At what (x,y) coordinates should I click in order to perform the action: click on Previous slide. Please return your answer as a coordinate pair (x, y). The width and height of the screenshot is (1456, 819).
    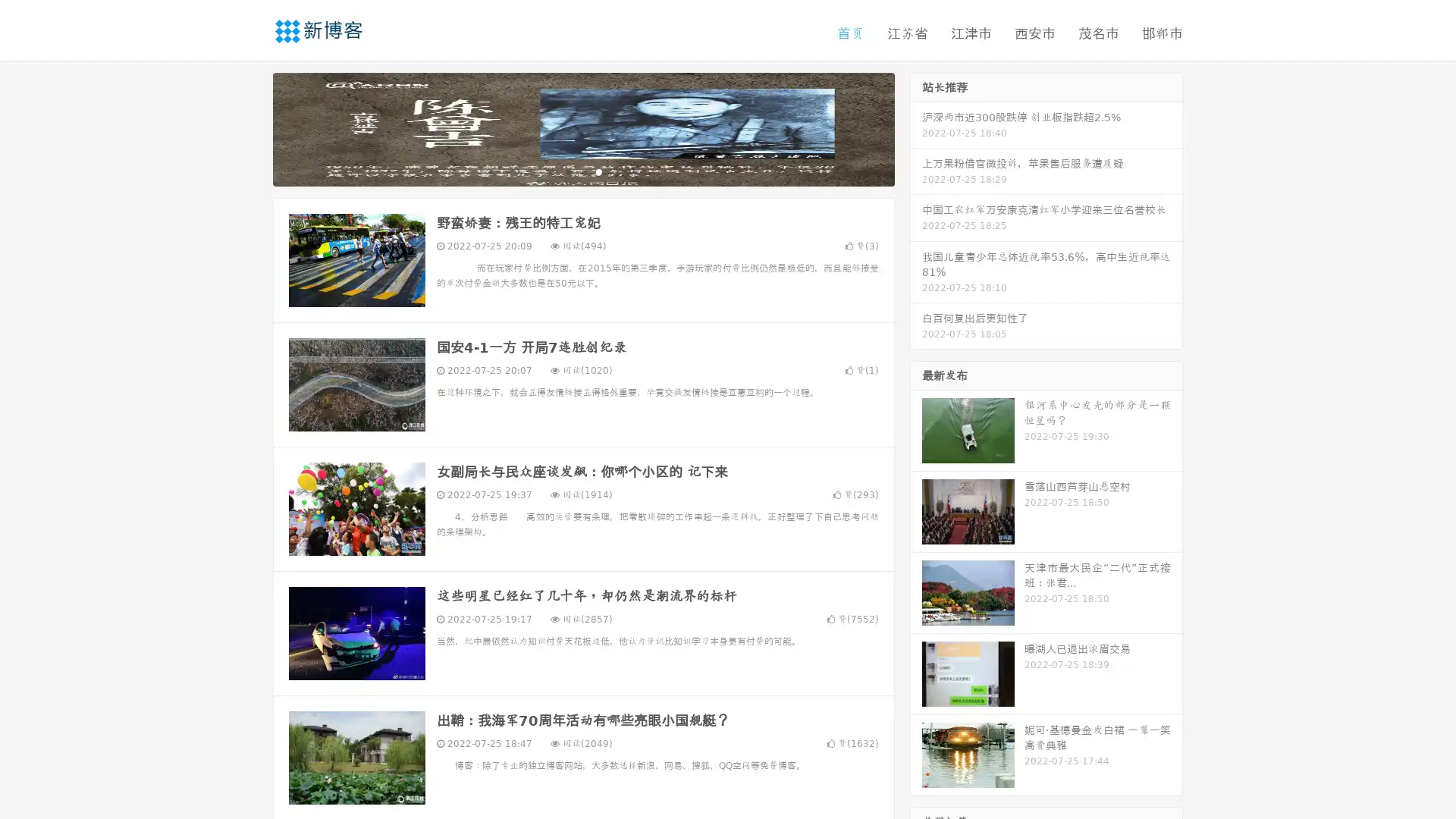
    Looking at the image, I should click on (250, 127).